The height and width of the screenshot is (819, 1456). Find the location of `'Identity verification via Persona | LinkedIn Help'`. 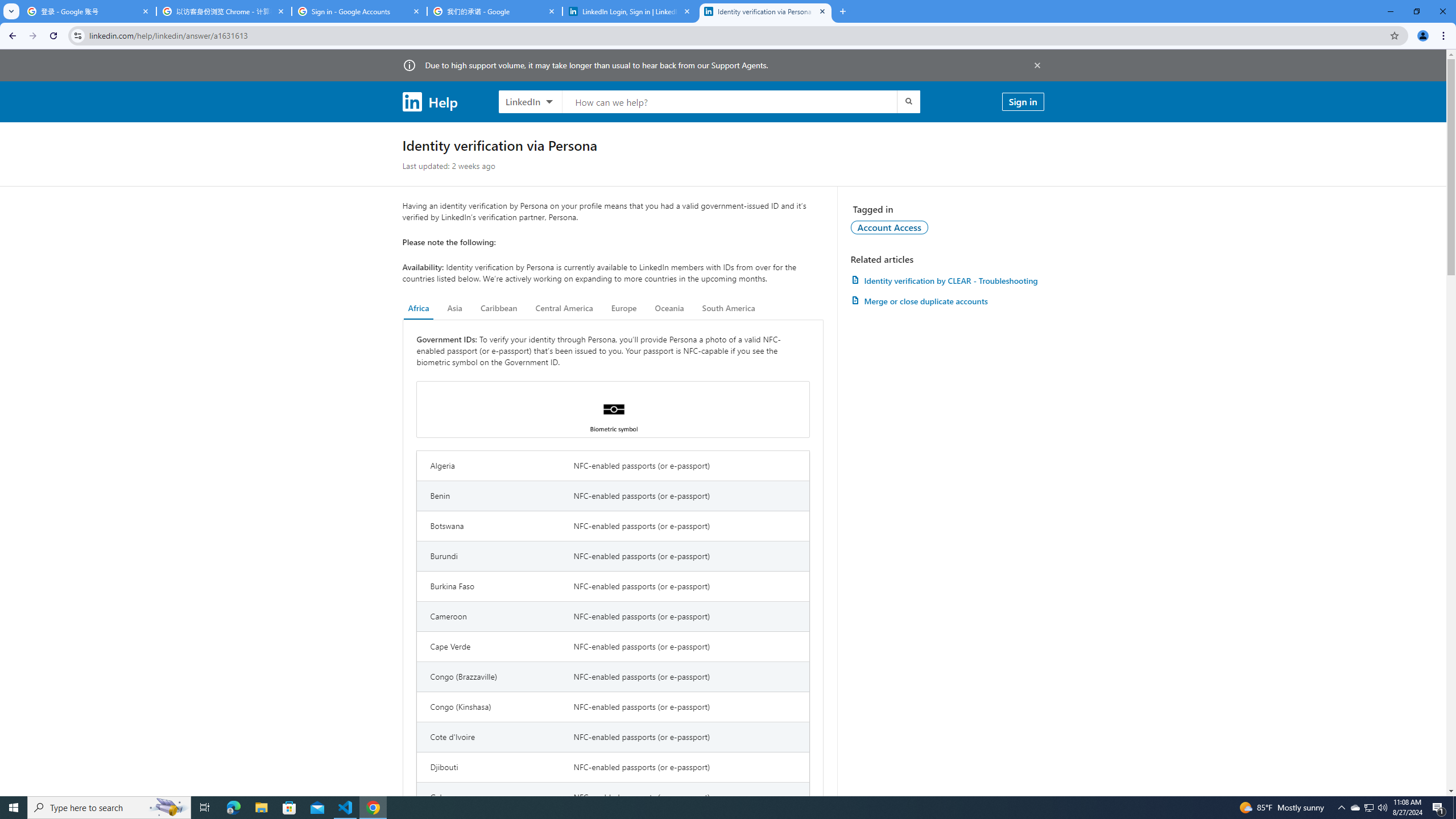

'Identity verification via Persona | LinkedIn Help' is located at coordinates (765, 11).